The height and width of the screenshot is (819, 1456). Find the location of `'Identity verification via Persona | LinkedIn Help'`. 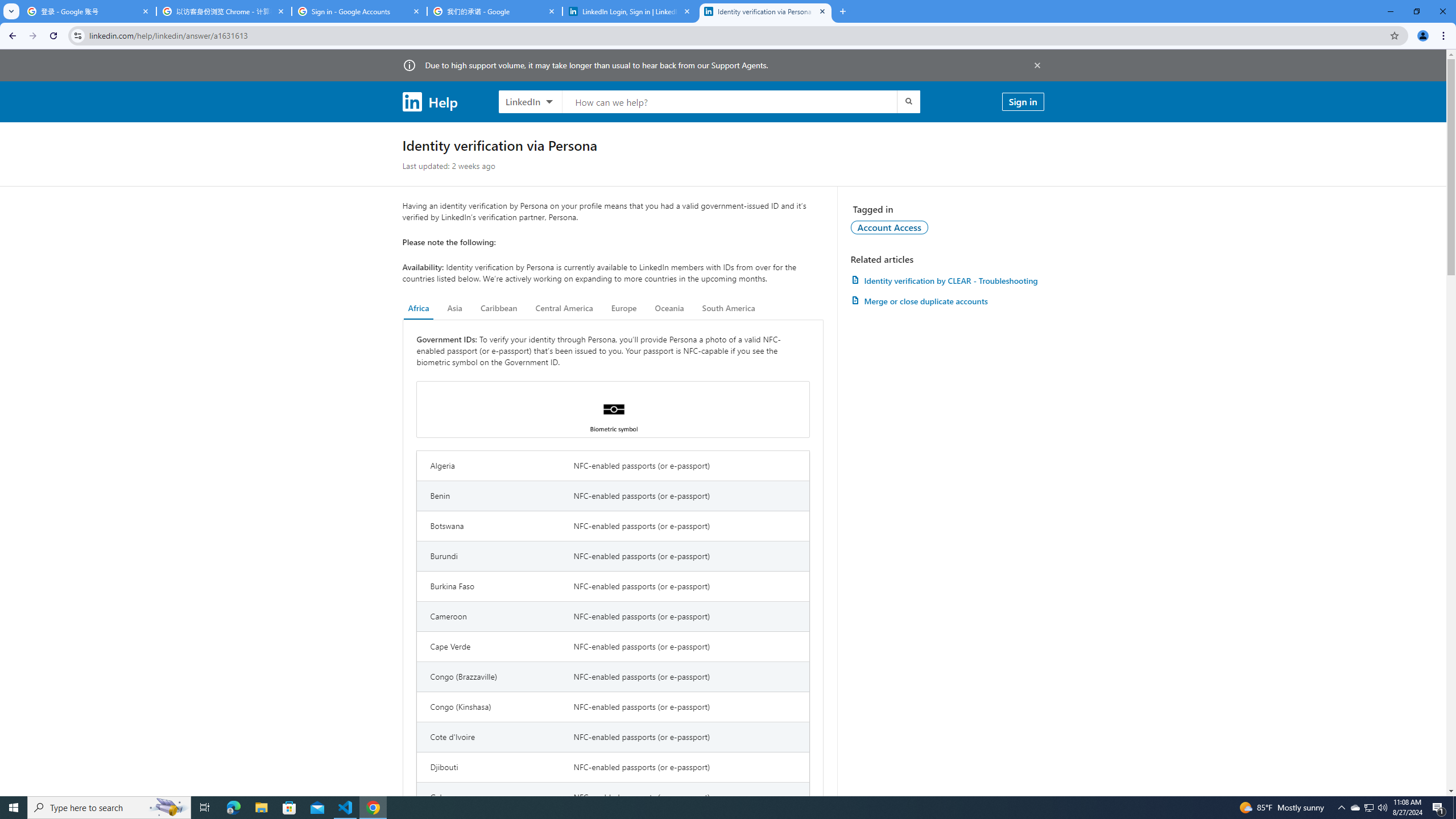

'Identity verification via Persona | LinkedIn Help' is located at coordinates (765, 11).